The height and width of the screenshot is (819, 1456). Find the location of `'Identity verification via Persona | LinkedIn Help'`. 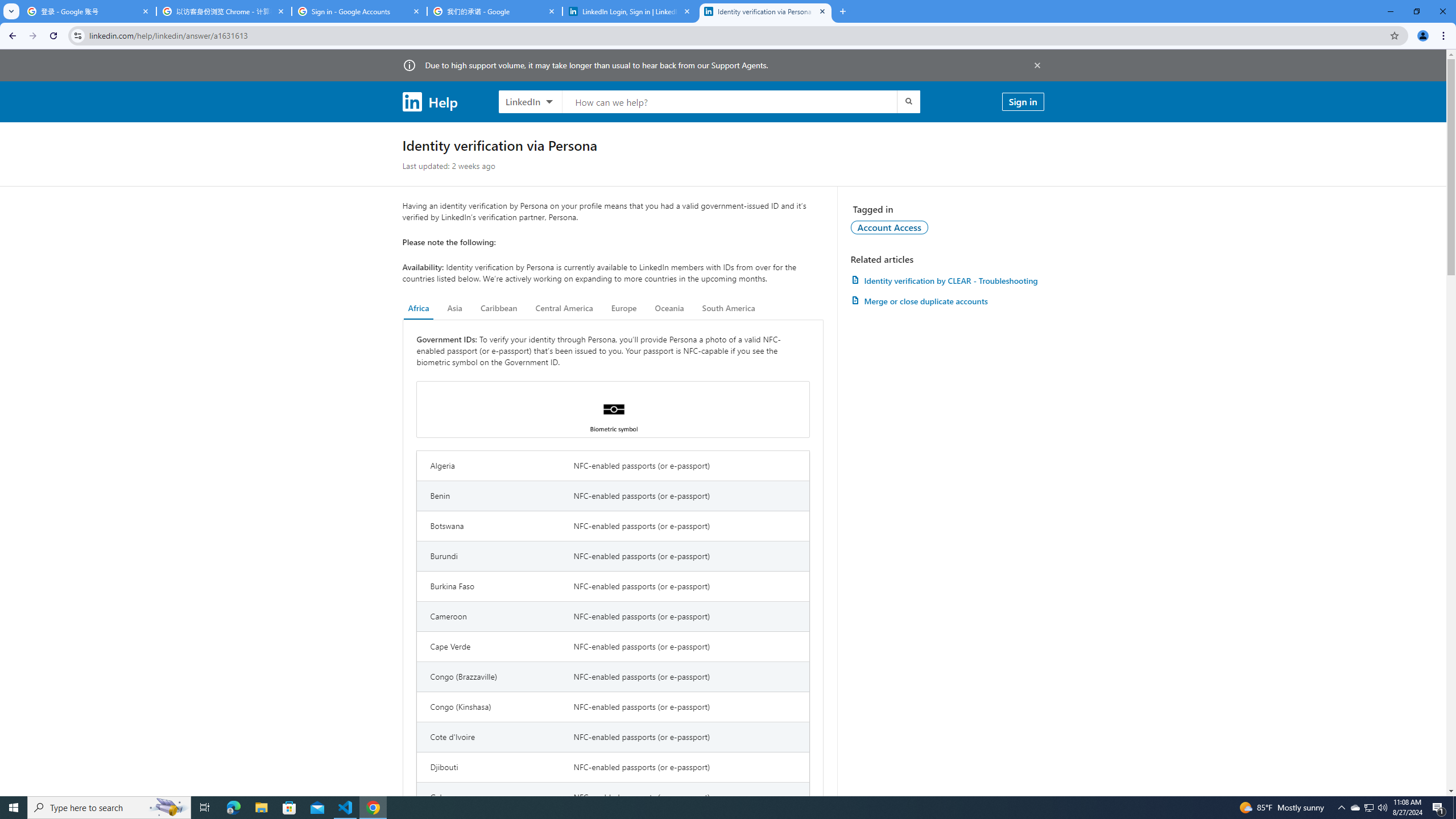

'Identity verification via Persona | LinkedIn Help' is located at coordinates (765, 11).